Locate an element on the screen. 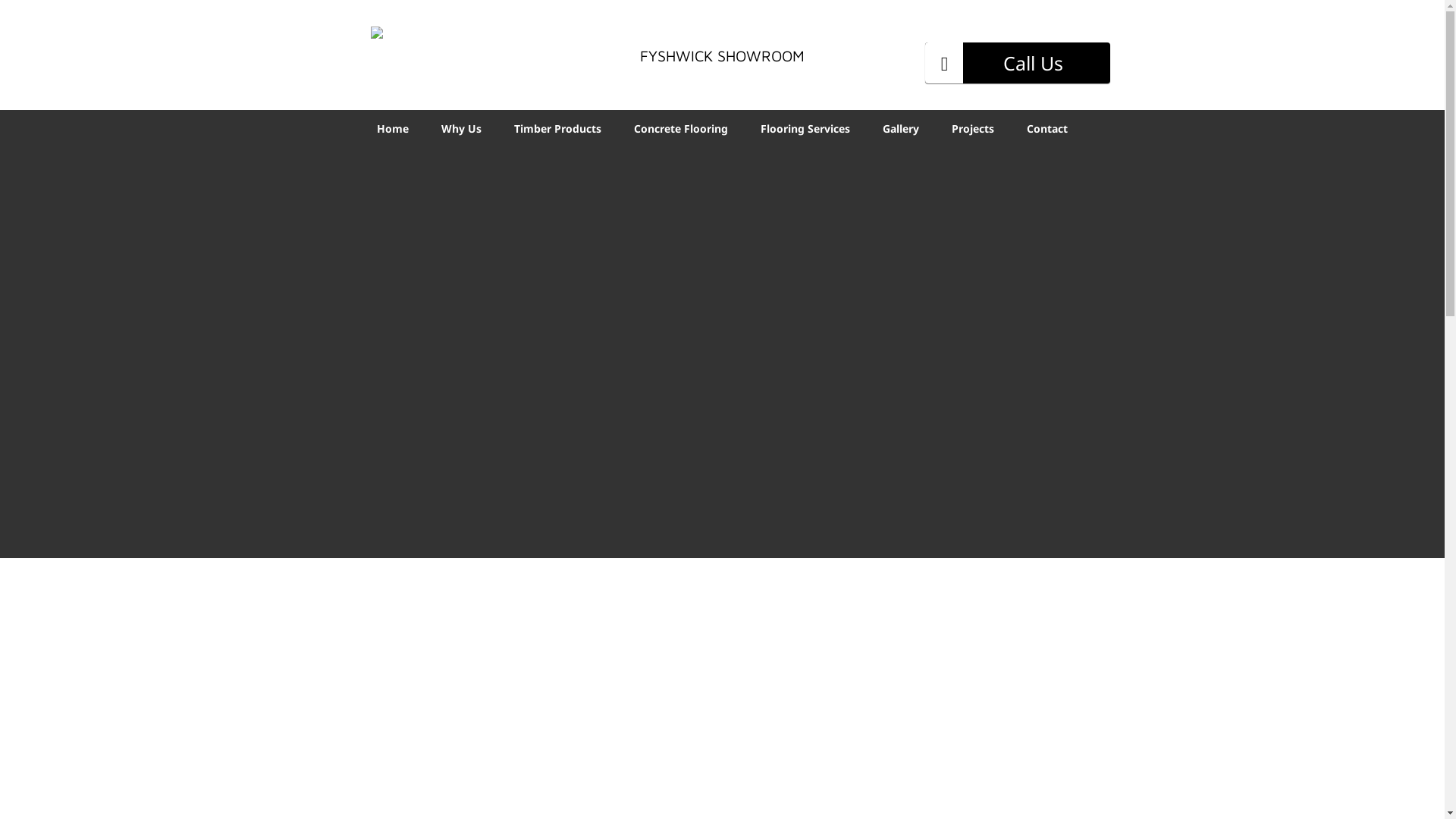 The image size is (1456, 819). 'Concrete Flooring' is located at coordinates (679, 127).